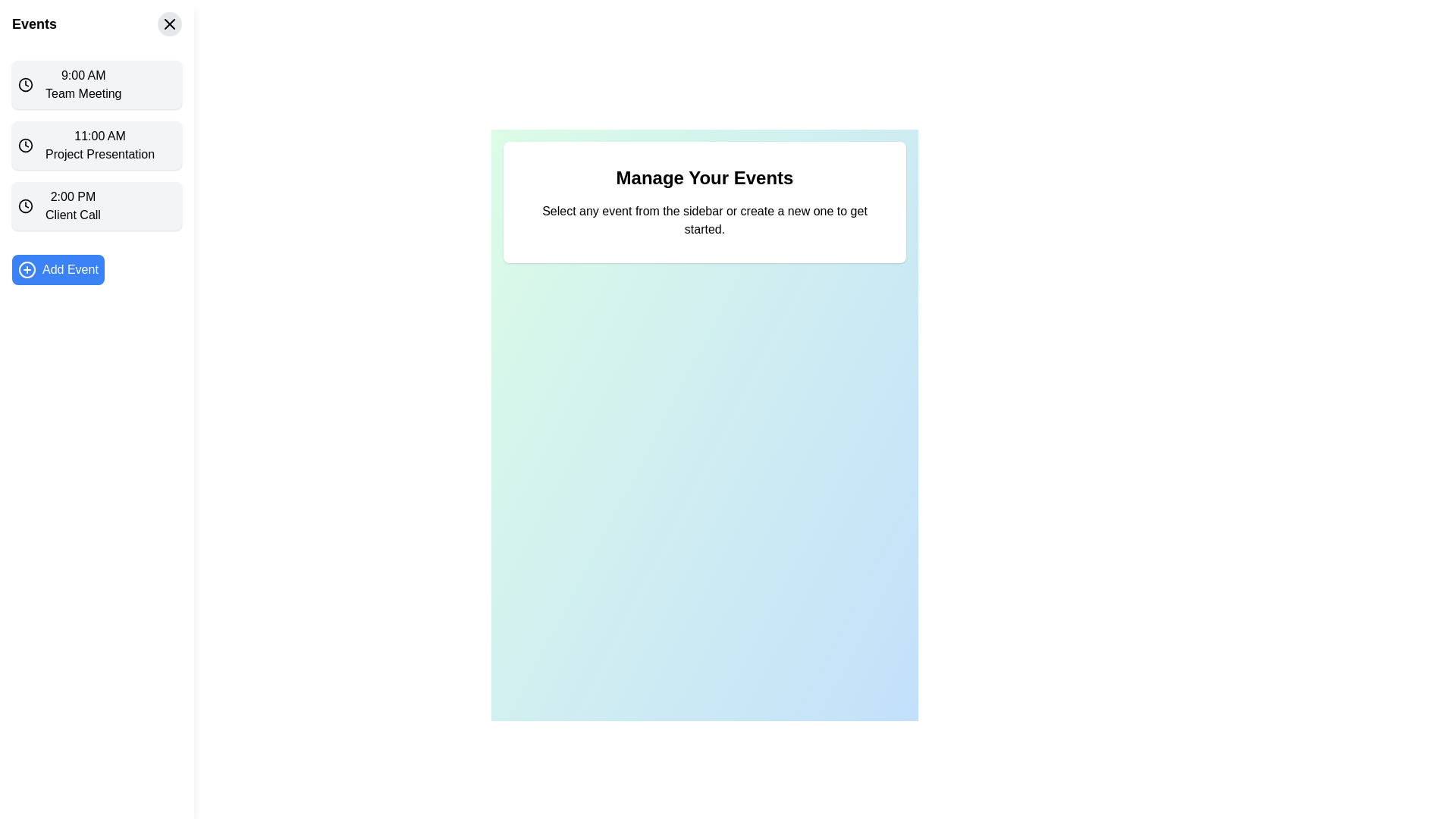  What do you see at coordinates (83, 84) in the screenshot?
I see `the Text Display element that shows '9:00 AM' and 'Team Meeting', which is the first item in the sidebar under the 'Events' section` at bounding box center [83, 84].